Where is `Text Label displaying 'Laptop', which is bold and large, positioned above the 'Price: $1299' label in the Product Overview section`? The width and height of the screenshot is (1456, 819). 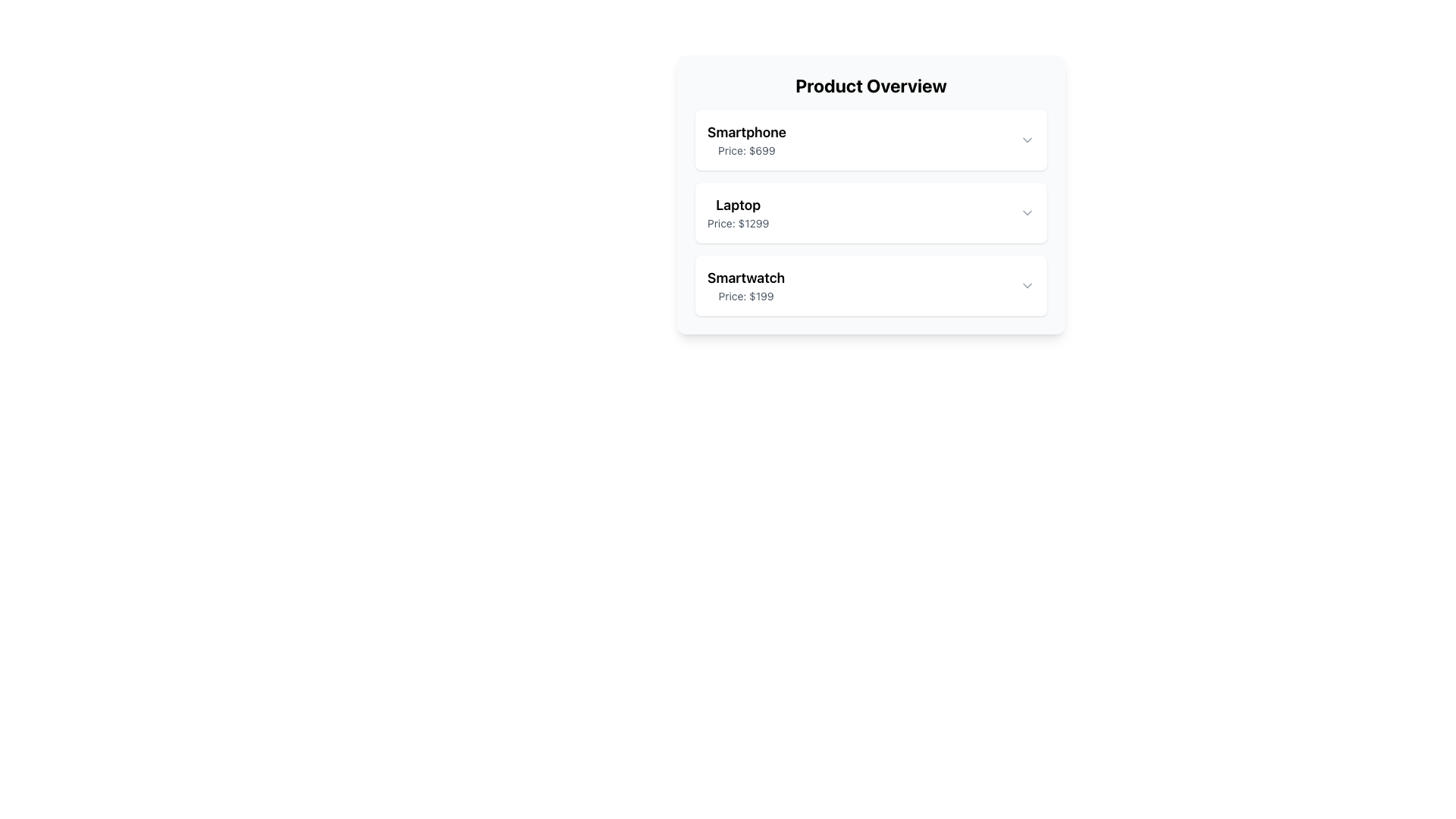
Text Label displaying 'Laptop', which is bold and large, positioned above the 'Price: $1299' label in the Product Overview section is located at coordinates (738, 205).